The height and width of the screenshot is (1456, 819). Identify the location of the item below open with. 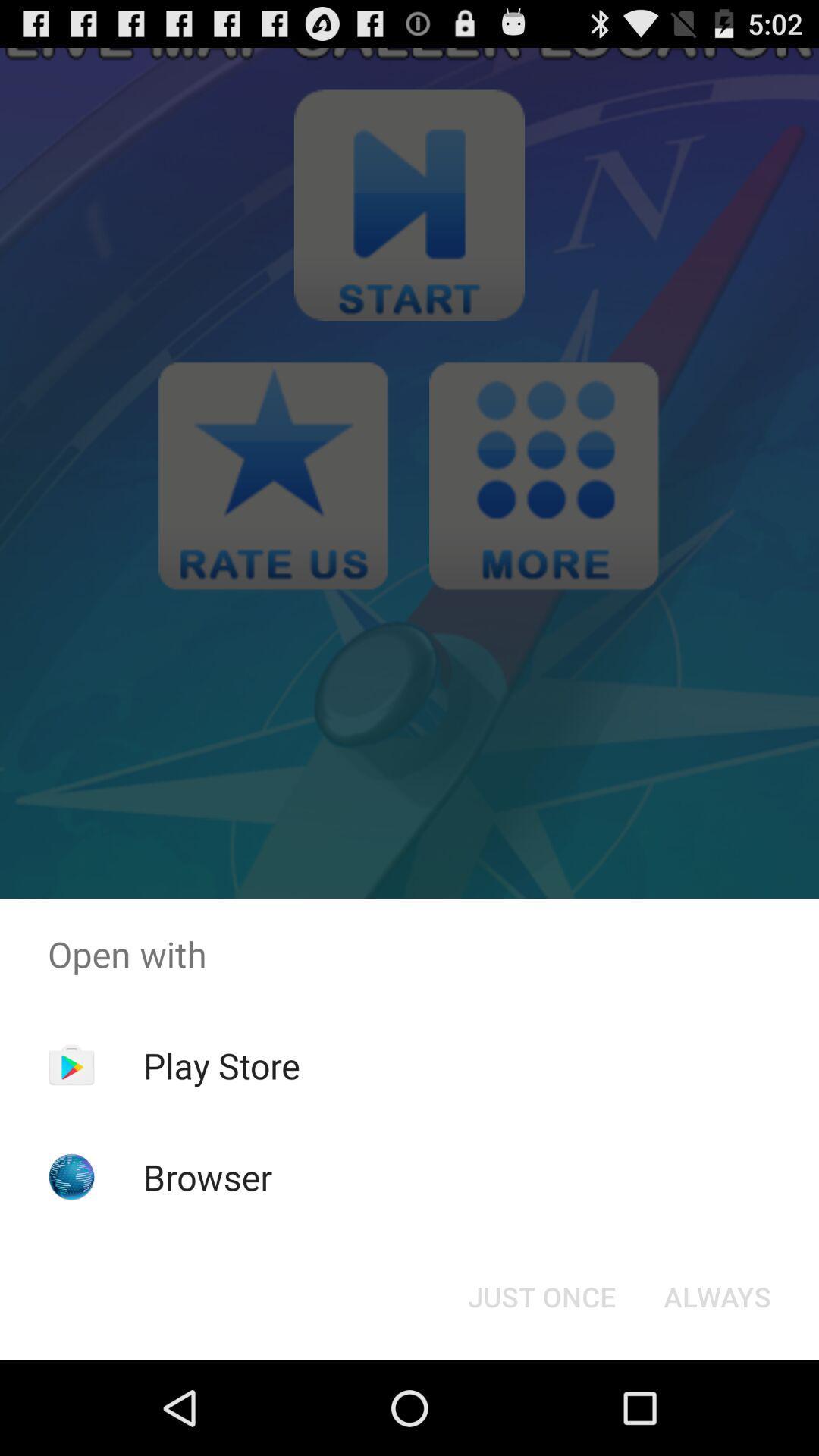
(541, 1295).